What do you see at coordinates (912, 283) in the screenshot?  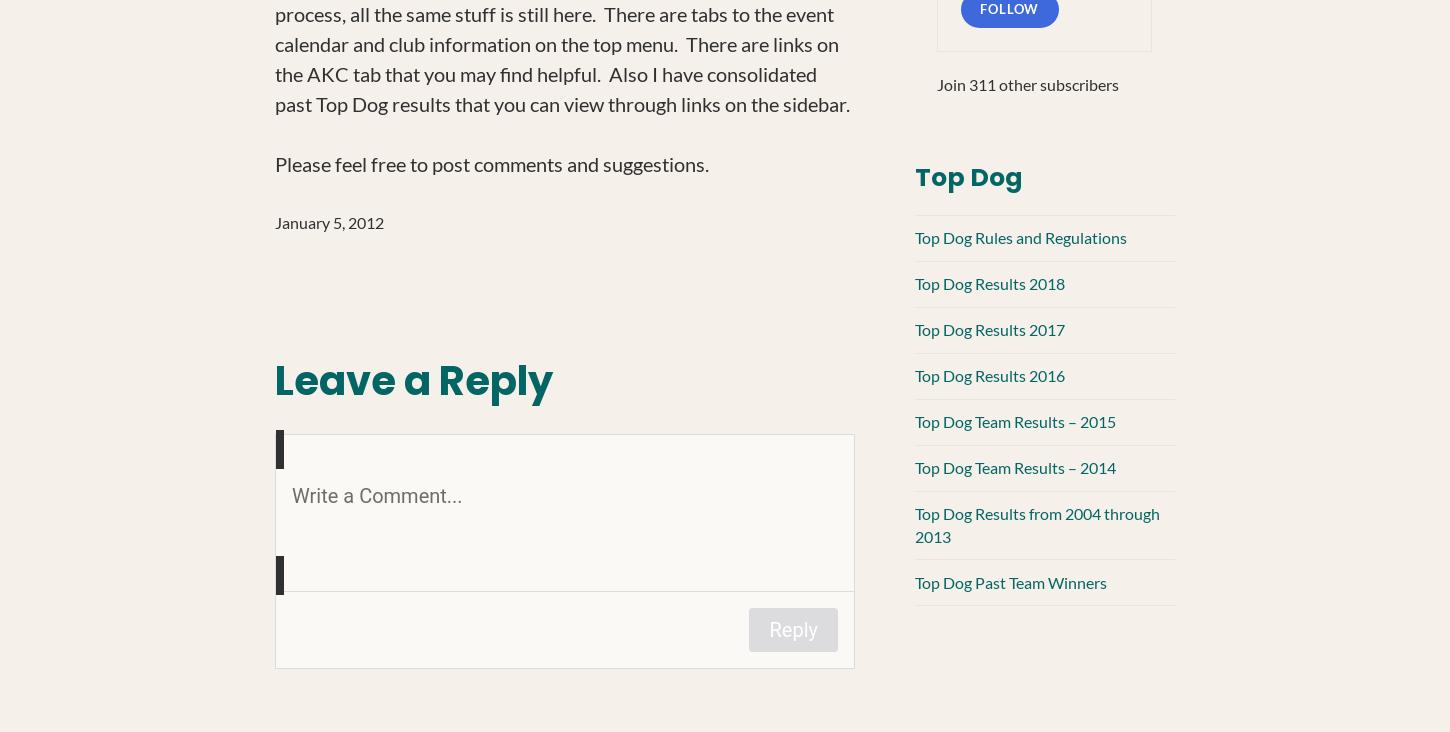 I see `'Top Dog Results 2018'` at bounding box center [912, 283].